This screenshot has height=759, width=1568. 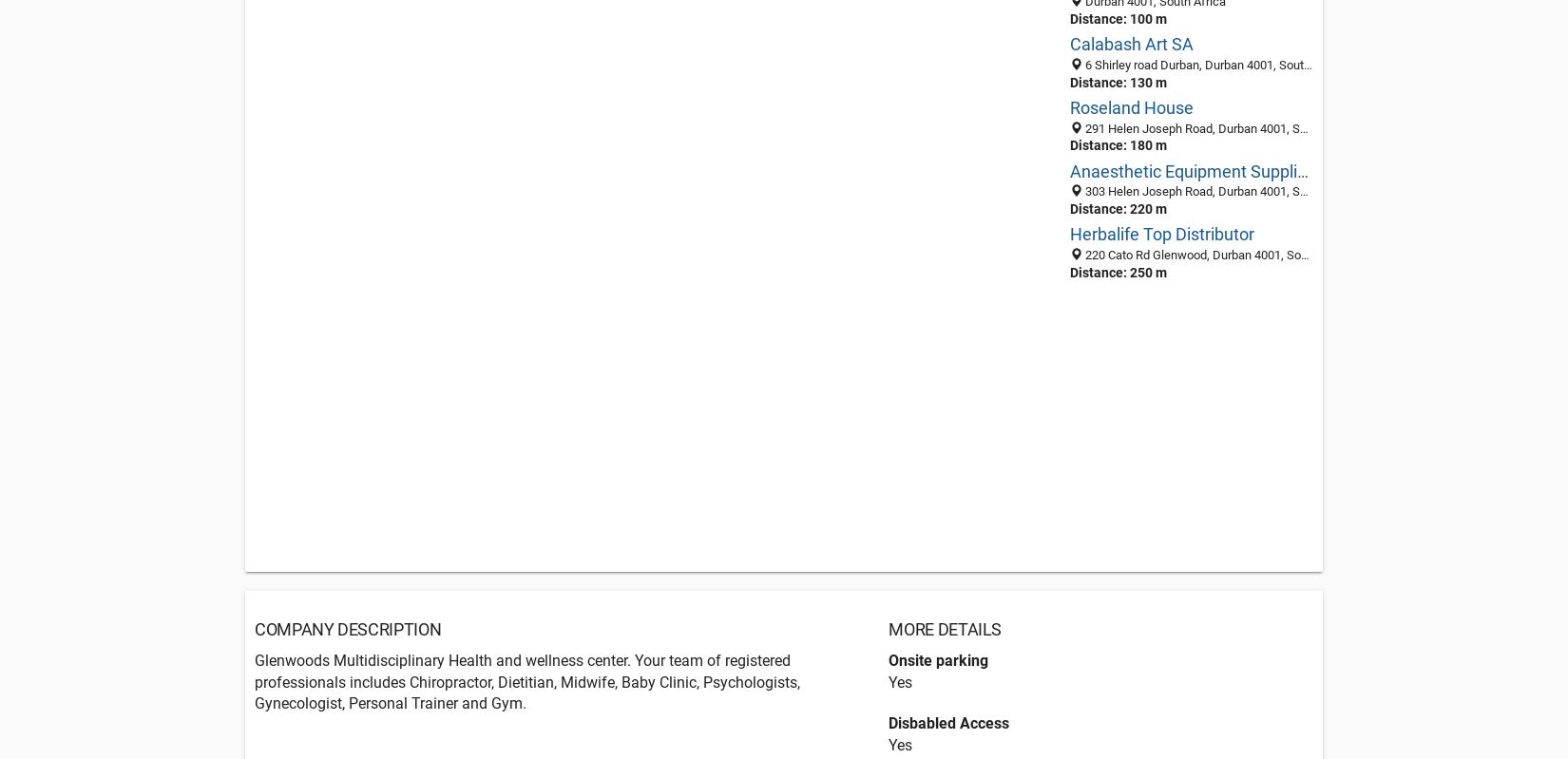 What do you see at coordinates (347, 627) in the screenshot?
I see `'Company description'` at bounding box center [347, 627].